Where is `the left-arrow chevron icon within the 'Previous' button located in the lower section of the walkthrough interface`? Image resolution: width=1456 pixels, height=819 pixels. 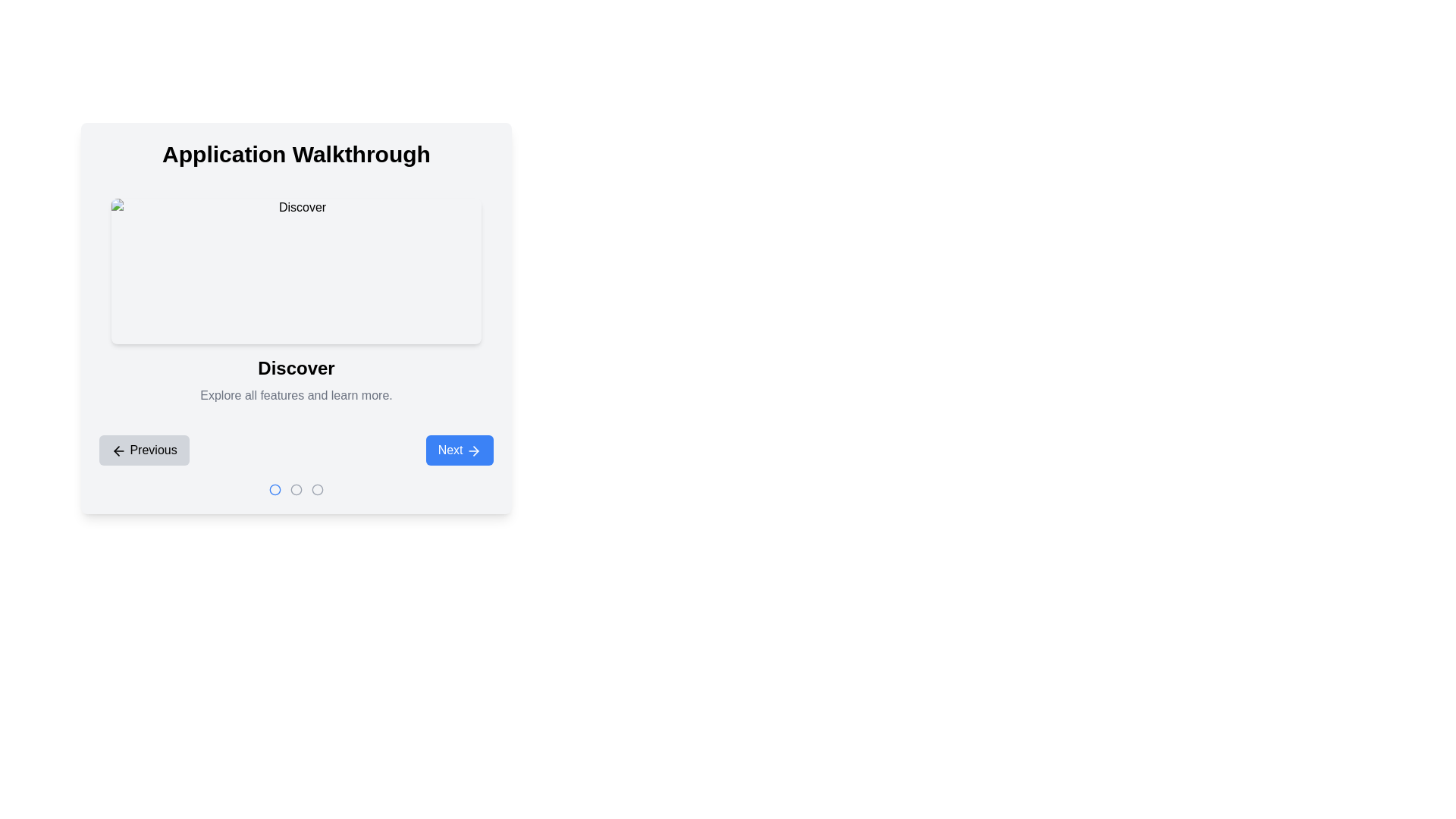 the left-arrow chevron icon within the 'Previous' button located in the lower section of the walkthrough interface is located at coordinates (116, 450).